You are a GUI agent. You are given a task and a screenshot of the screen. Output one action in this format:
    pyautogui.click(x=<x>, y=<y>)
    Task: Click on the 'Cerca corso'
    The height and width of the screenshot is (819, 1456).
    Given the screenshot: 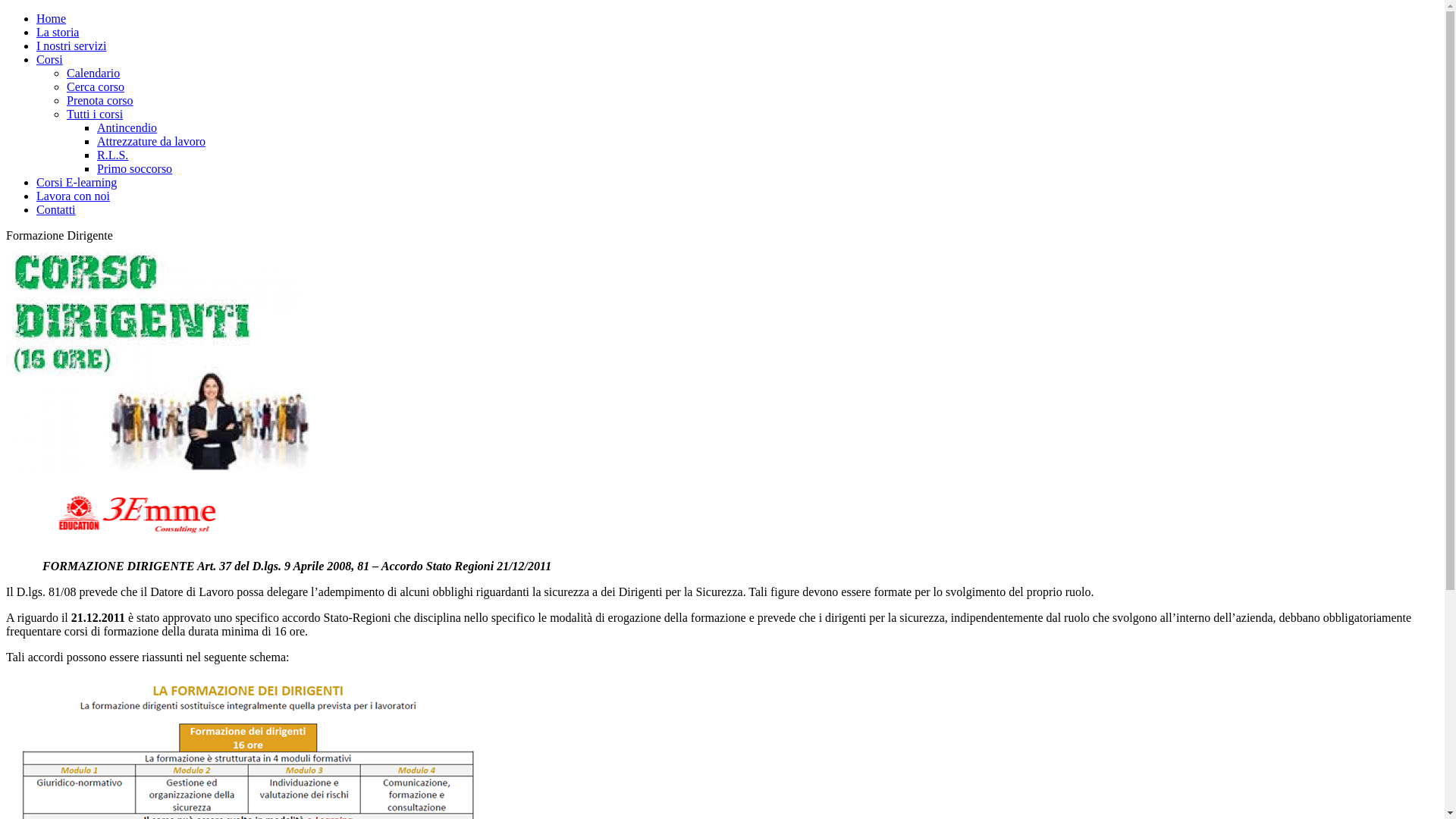 What is the action you would take?
    pyautogui.click(x=65, y=86)
    